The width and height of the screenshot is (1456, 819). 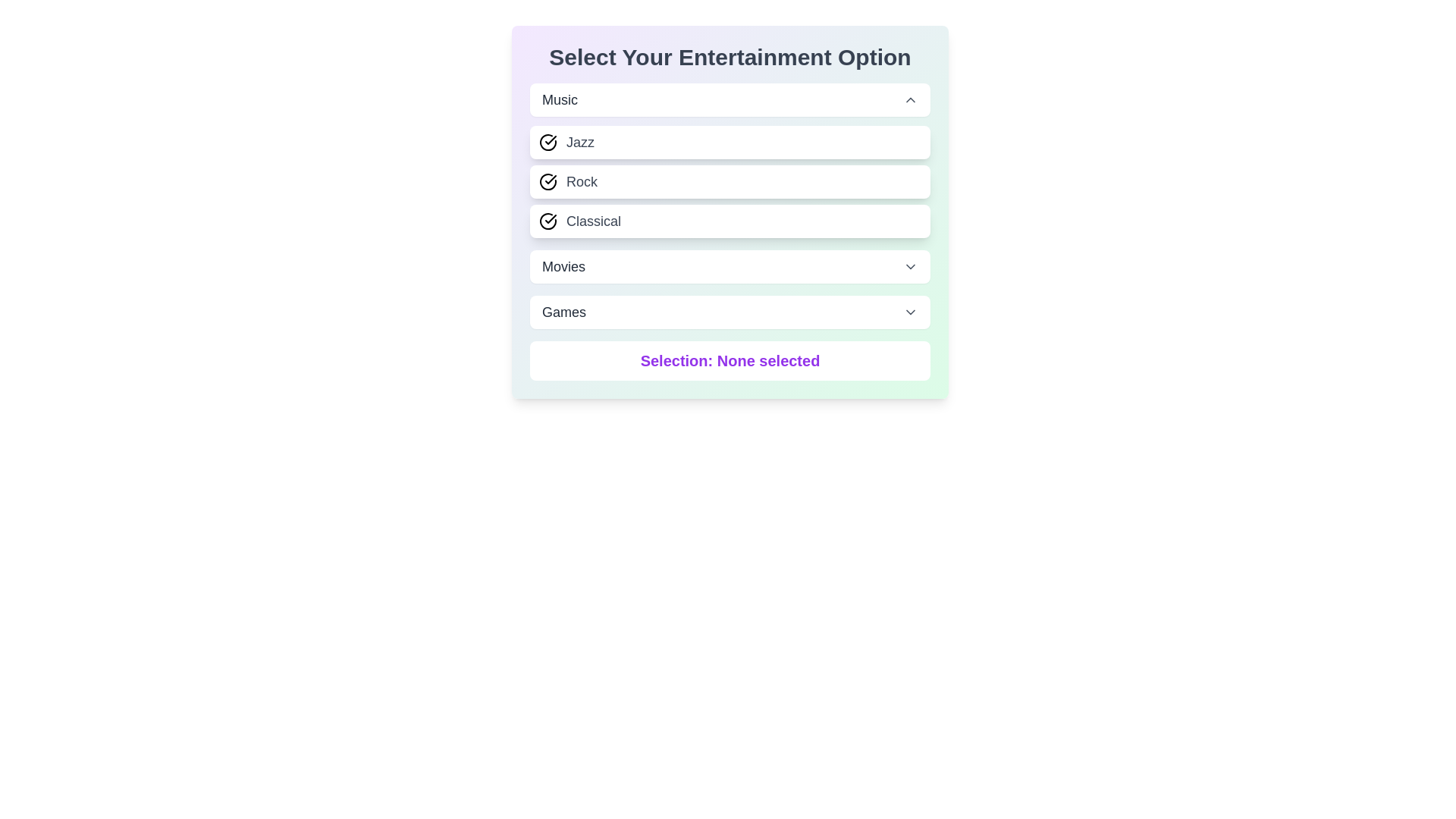 I want to click on the dropdown menu trigger button for the 'Movies' category, so click(x=730, y=265).